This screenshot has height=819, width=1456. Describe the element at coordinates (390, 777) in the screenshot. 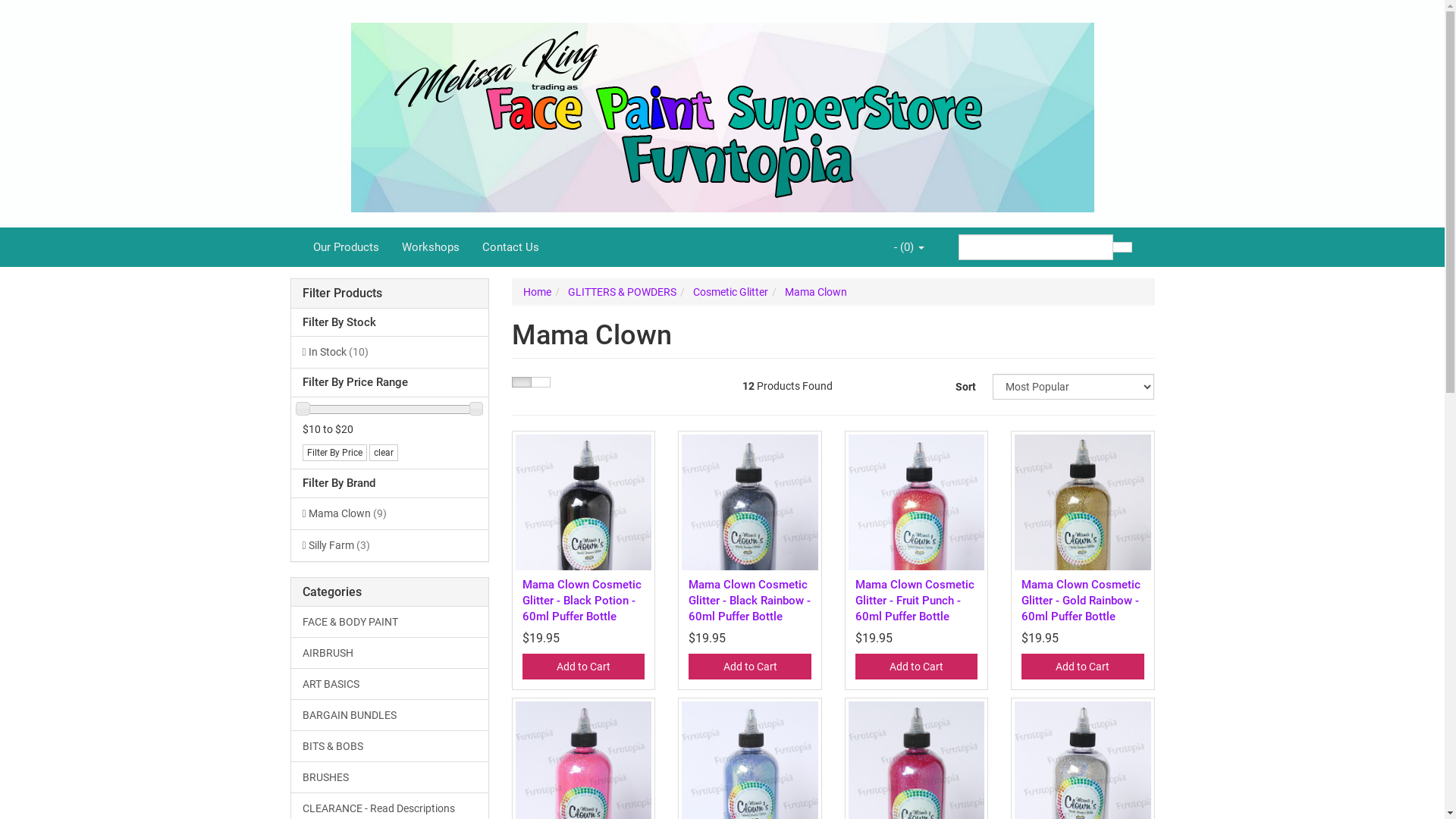

I see `'BRUSHES'` at that location.